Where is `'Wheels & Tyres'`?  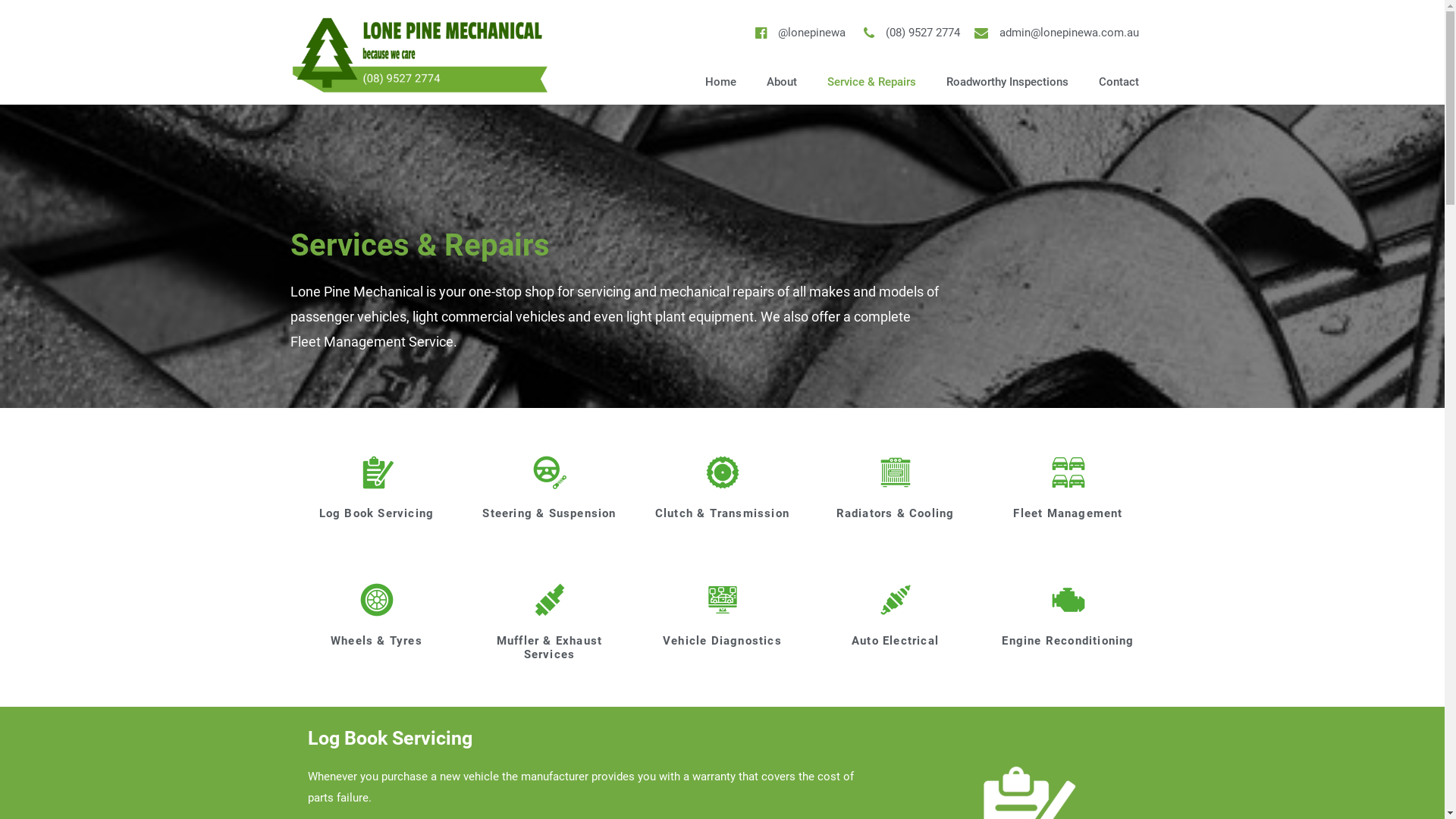
'Wheels & Tyres' is located at coordinates (376, 640).